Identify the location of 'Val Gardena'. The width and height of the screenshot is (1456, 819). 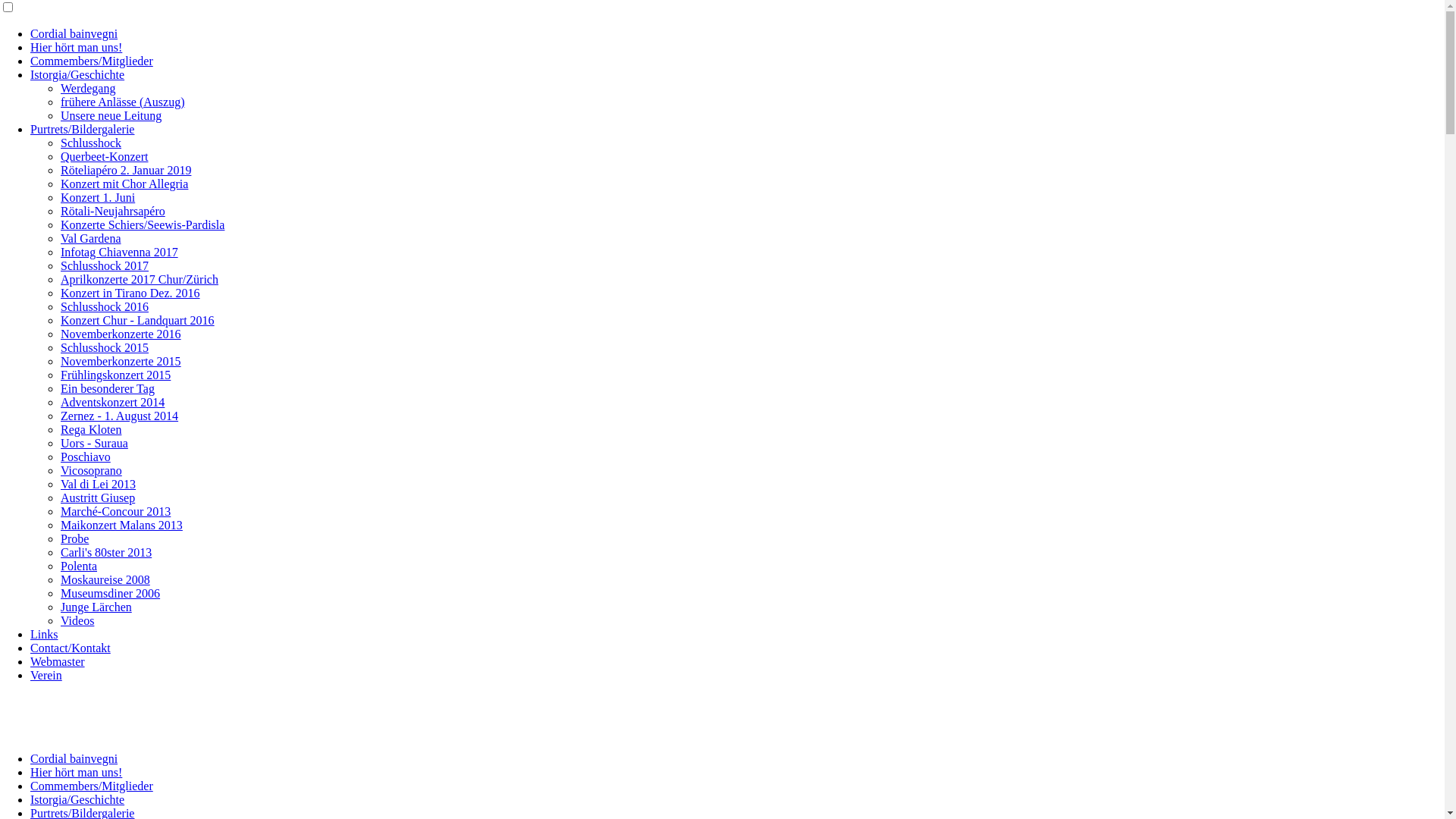
(61, 238).